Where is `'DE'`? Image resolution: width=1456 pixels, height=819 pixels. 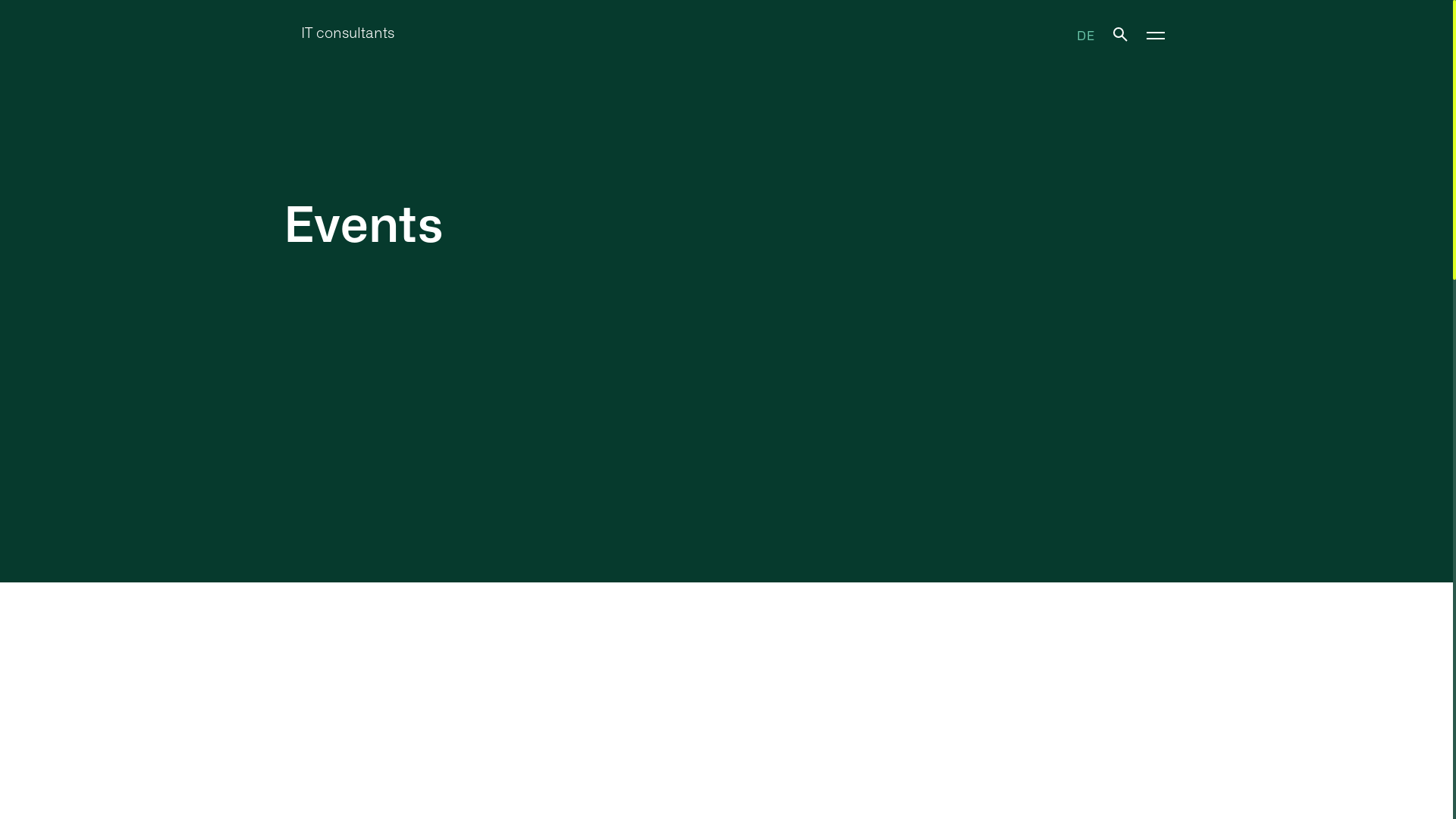 'DE' is located at coordinates (1084, 34).